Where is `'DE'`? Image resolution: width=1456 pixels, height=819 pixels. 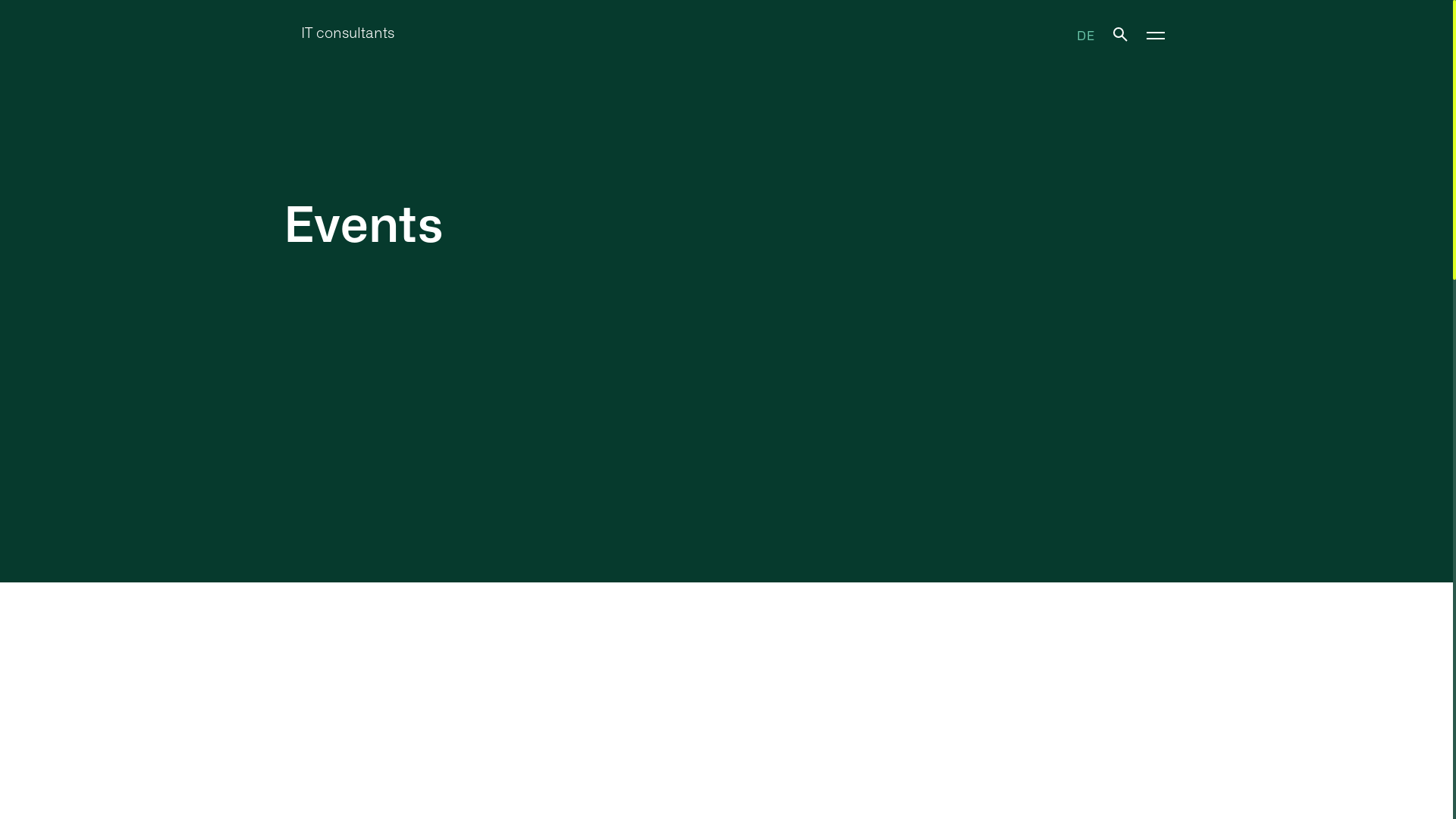 'DE' is located at coordinates (1084, 34).